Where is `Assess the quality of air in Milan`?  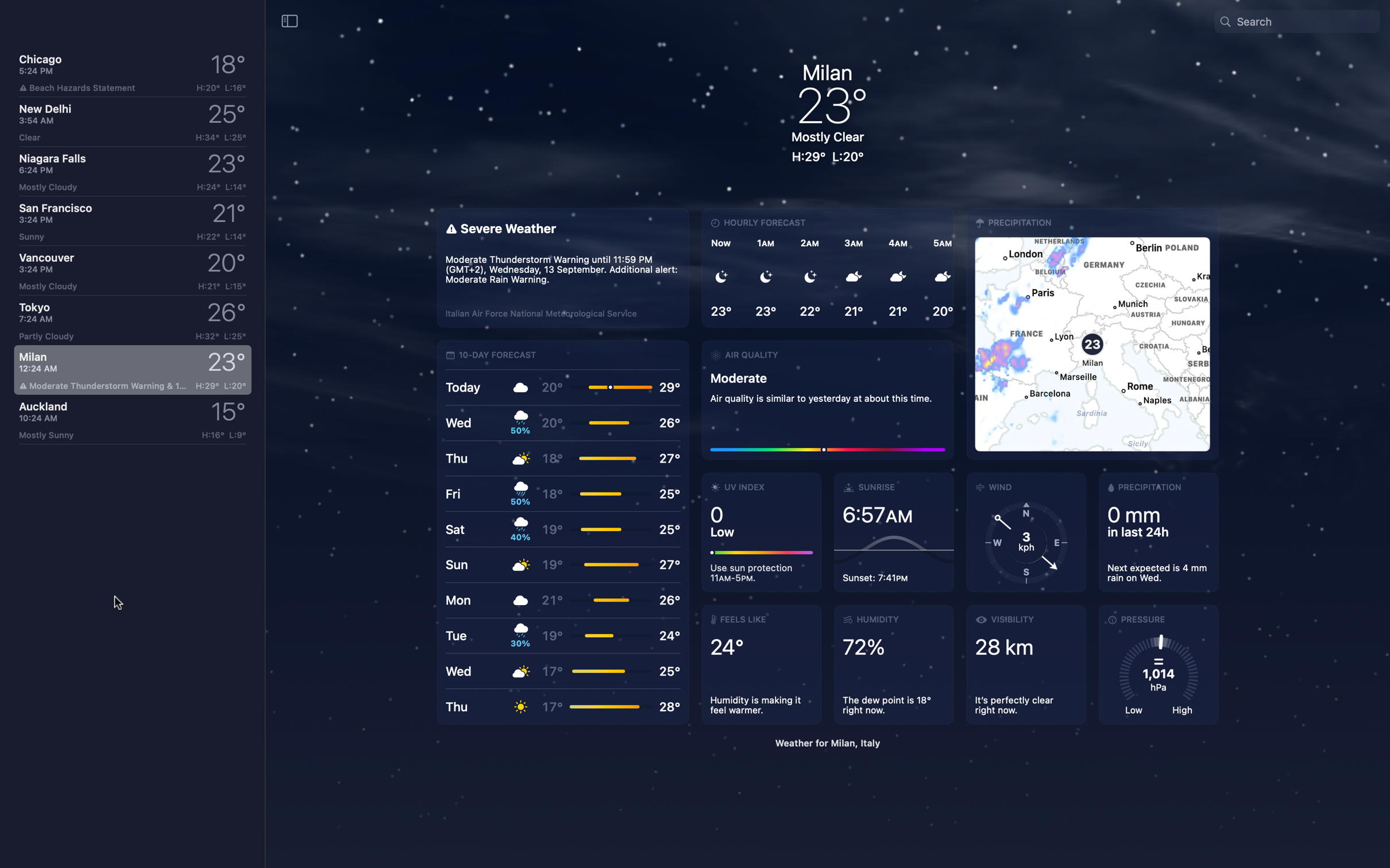 Assess the quality of air in Milan is located at coordinates (827, 398).